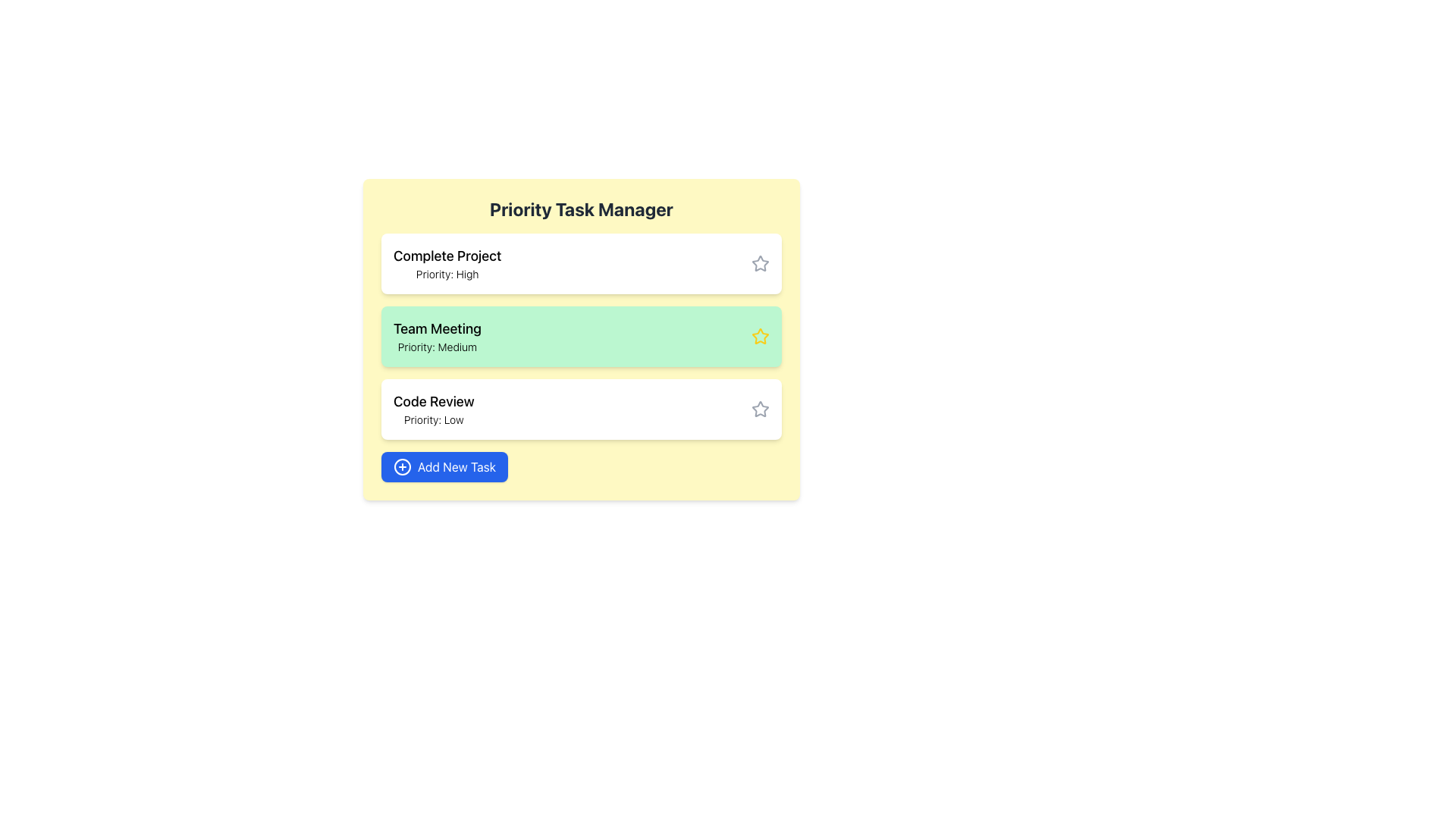 Image resolution: width=1456 pixels, height=819 pixels. Describe the element at coordinates (433, 420) in the screenshot. I see `the priority level label for the 'Code Review' task, which is located immediately below the 'Code Review' text in the task card` at that location.